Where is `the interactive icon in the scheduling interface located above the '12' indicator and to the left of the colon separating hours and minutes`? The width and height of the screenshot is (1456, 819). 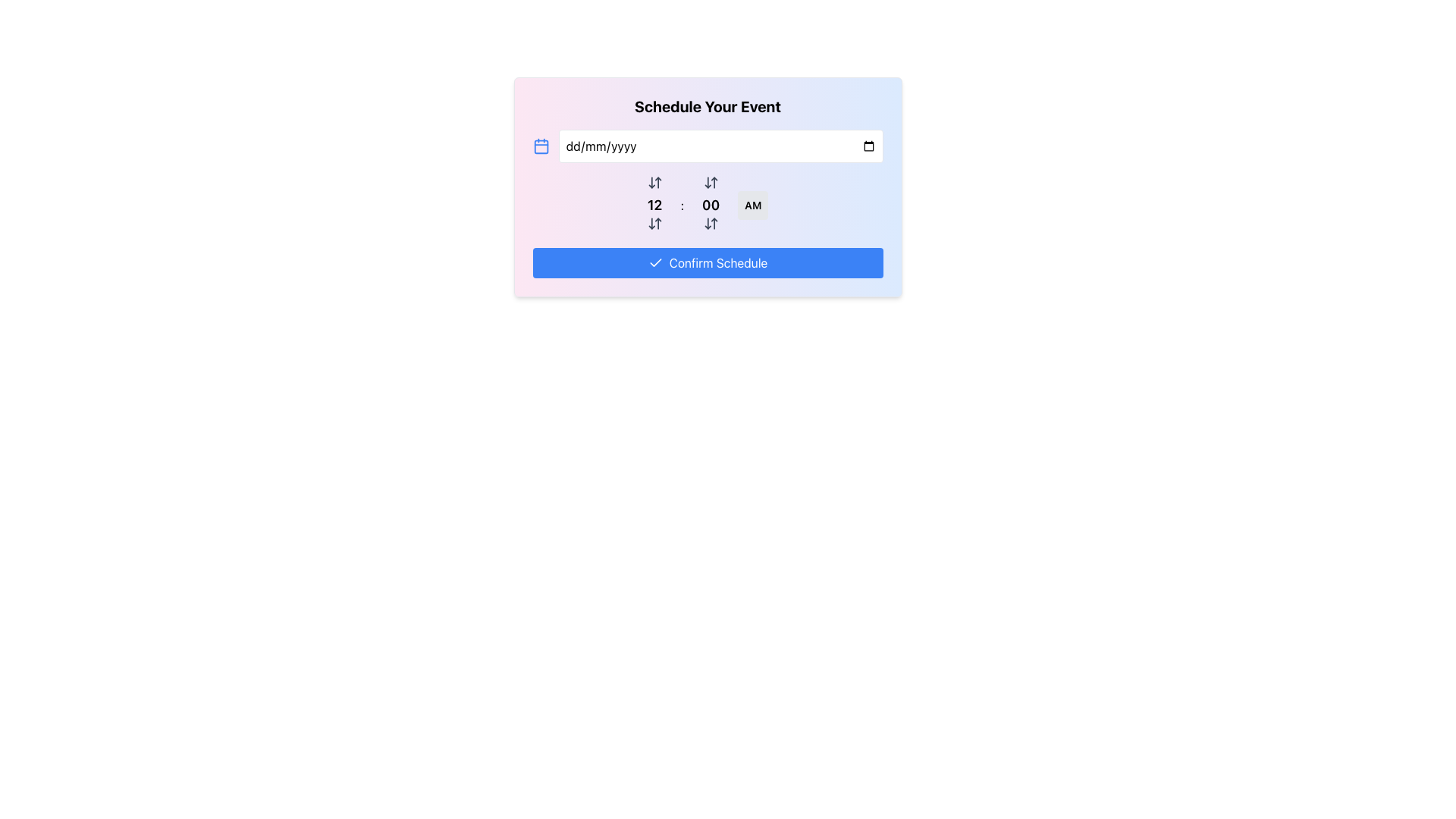
the interactive icon in the scheduling interface located above the '12' indicator and to the left of the colon separating hours and minutes is located at coordinates (654, 181).